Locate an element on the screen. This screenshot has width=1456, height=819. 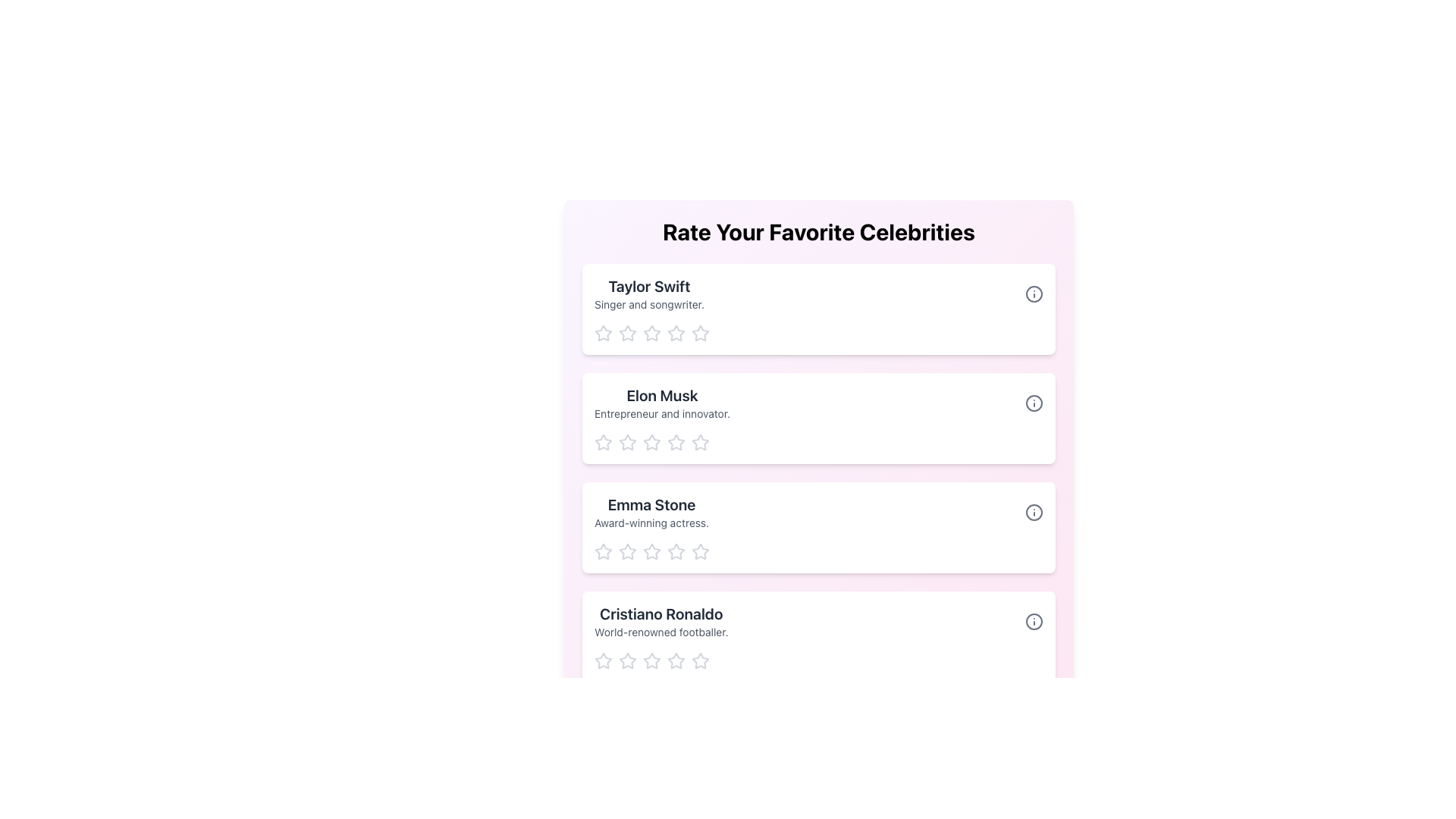
the third star in the Clickable Star Rating Icon component associated with the 'Emma Stone' profile is located at coordinates (651, 552).